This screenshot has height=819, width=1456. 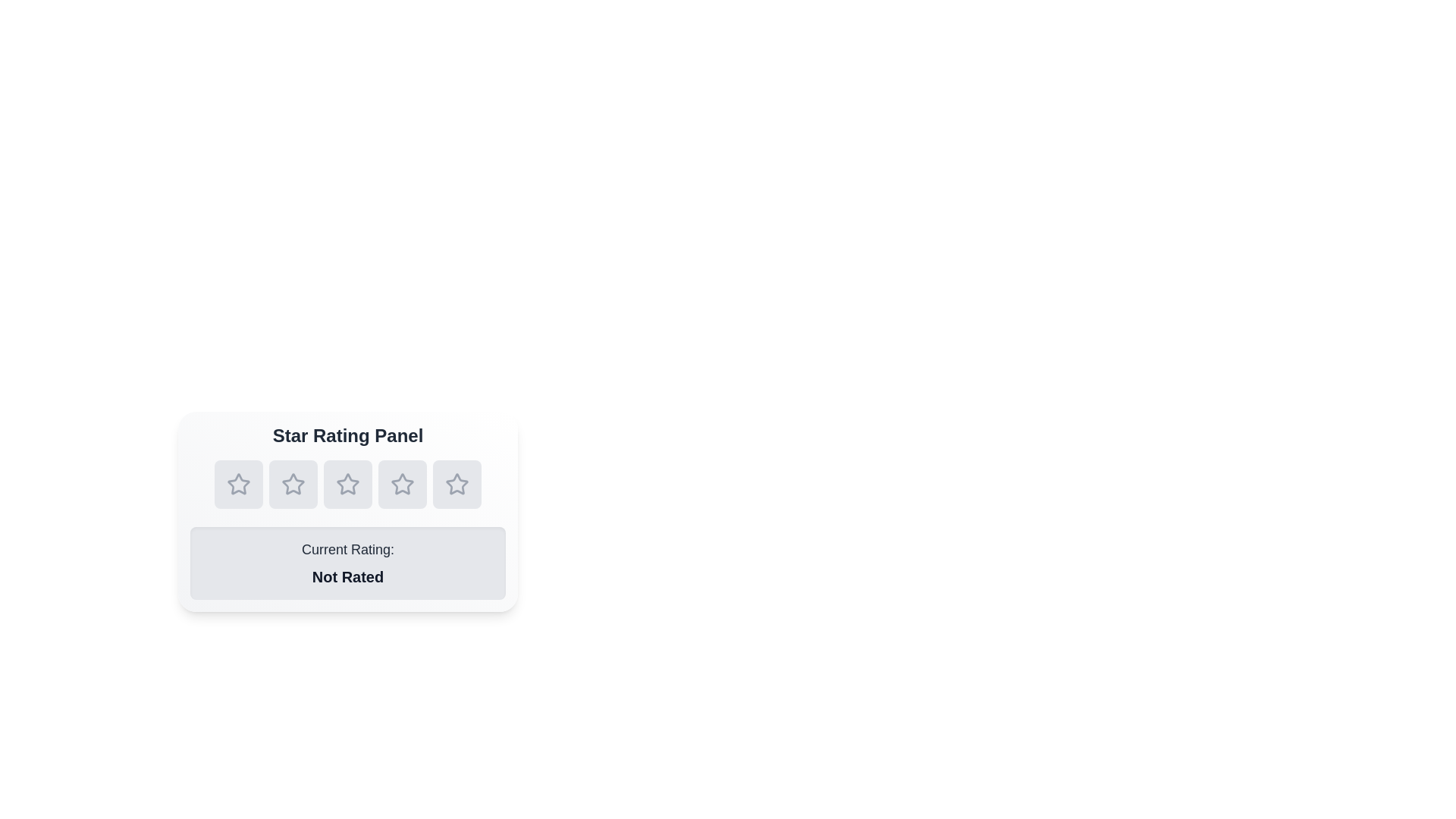 I want to click on the third star icon in the star rating panel, so click(x=403, y=485).